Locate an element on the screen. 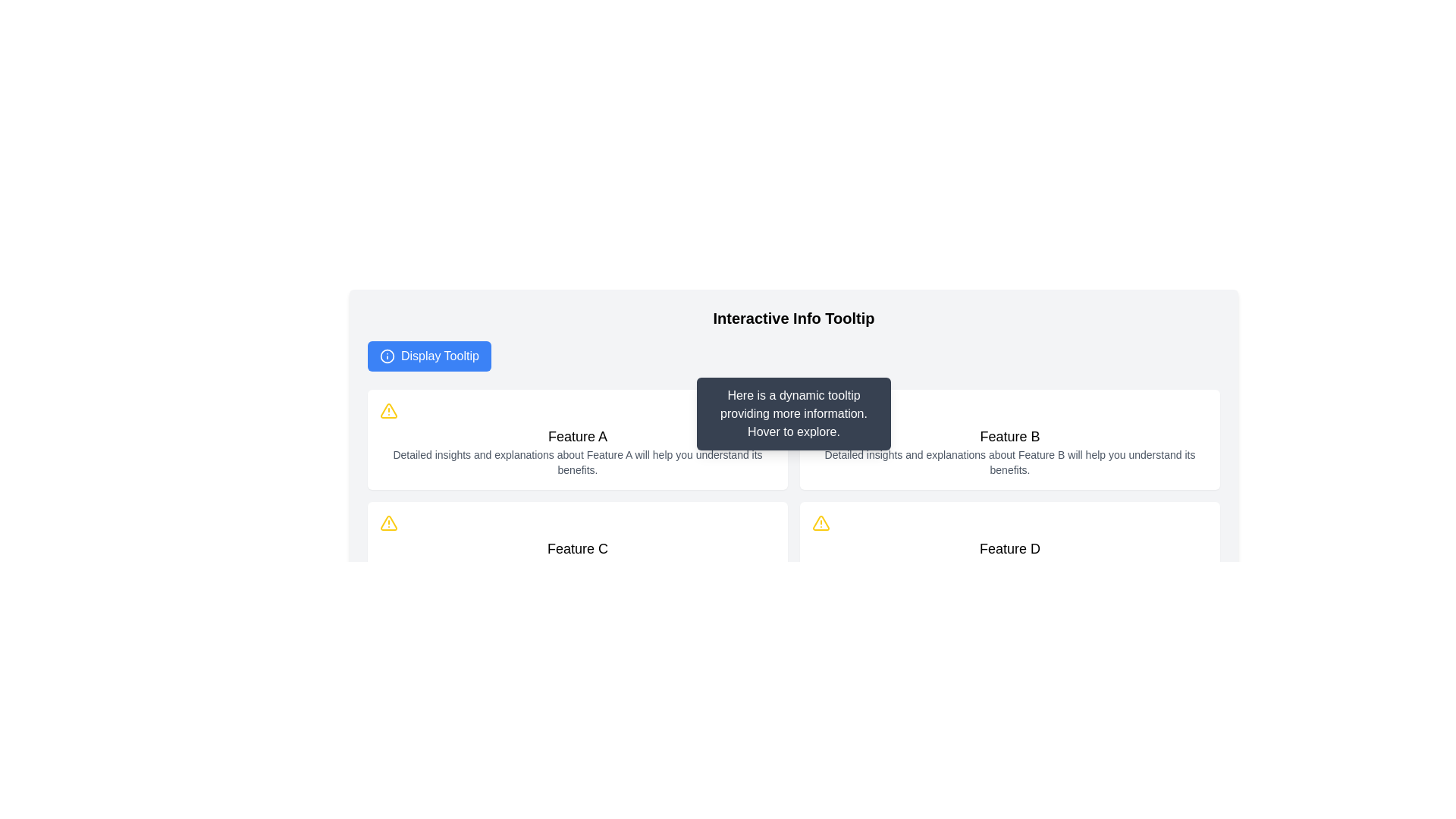 This screenshot has height=819, width=1456. text block styled in a small gray font located under the title 'Feature B' in the right-side column of the layout is located at coordinates (1009, 461).